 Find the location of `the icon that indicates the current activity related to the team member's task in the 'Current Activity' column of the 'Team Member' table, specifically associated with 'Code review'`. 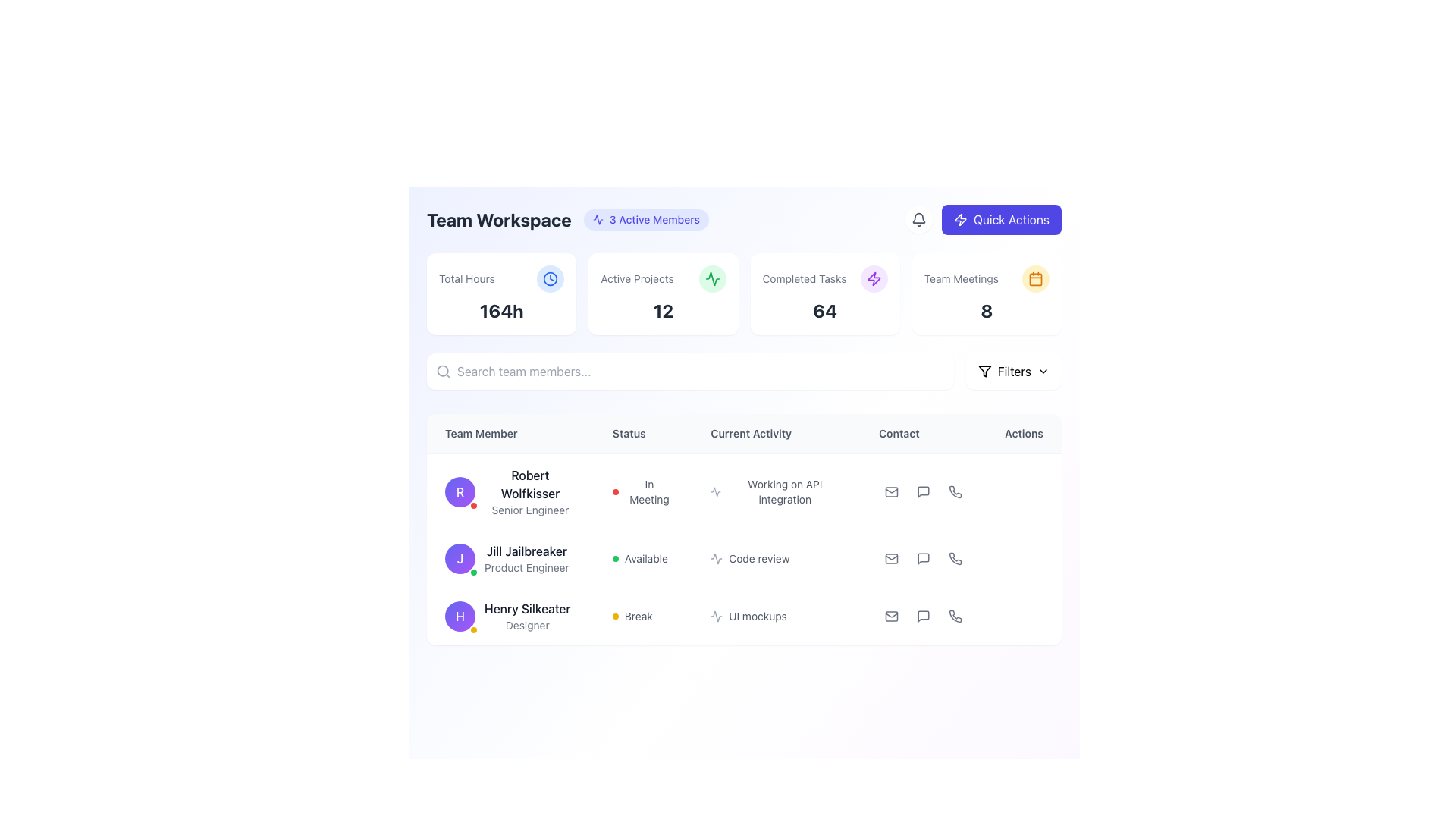

the icon that indicates the current activity related to the team member's task in the 'Current Activity' column of the 'Team Member' table, specifically associated with 'Code review' is located at coordinates (716, 558).